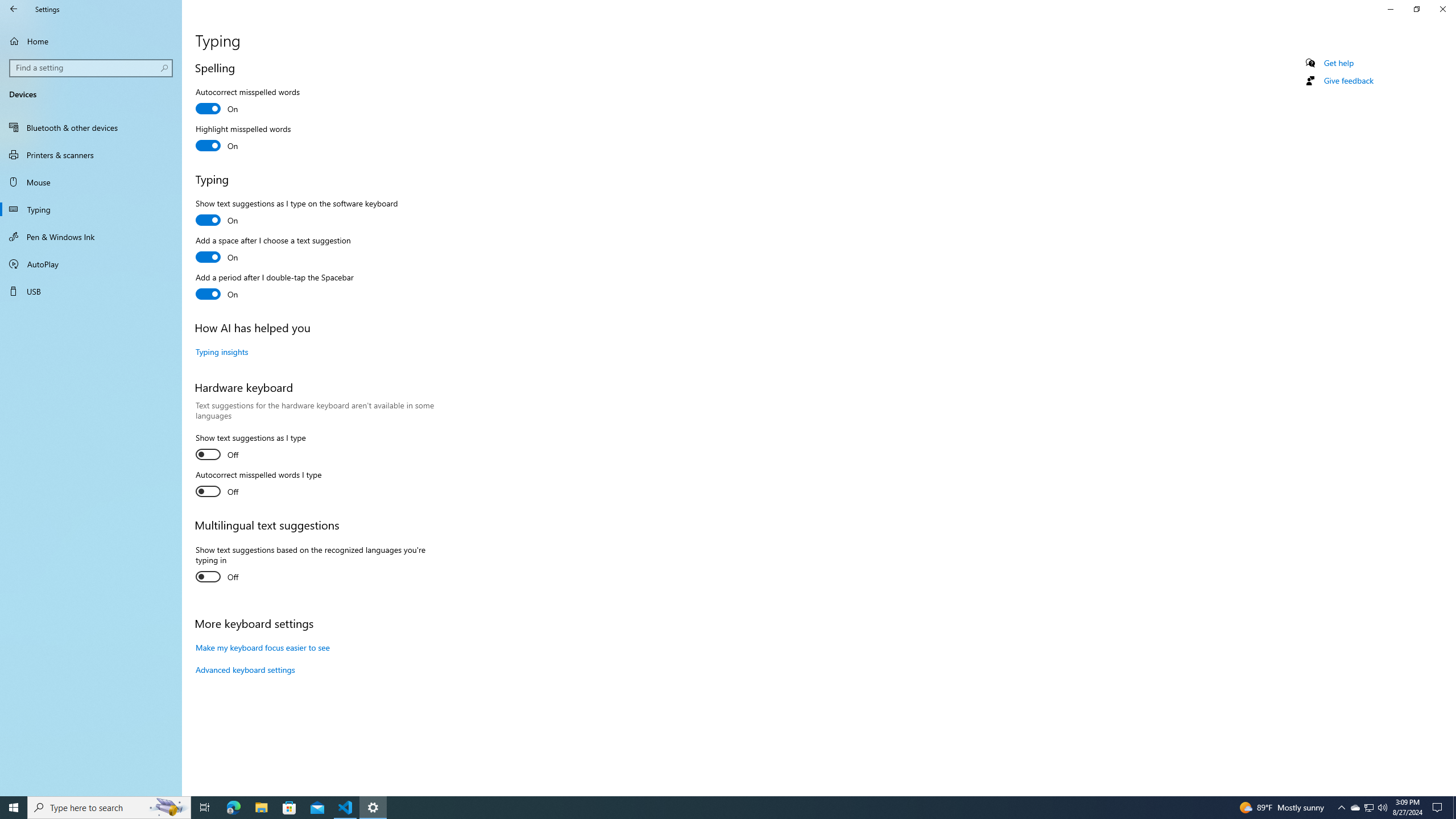 This screenshot has width=1456, height=819. Describe the element at coordinates (109, 806) in the screenshot. I see `'Type here to search'` at that location.